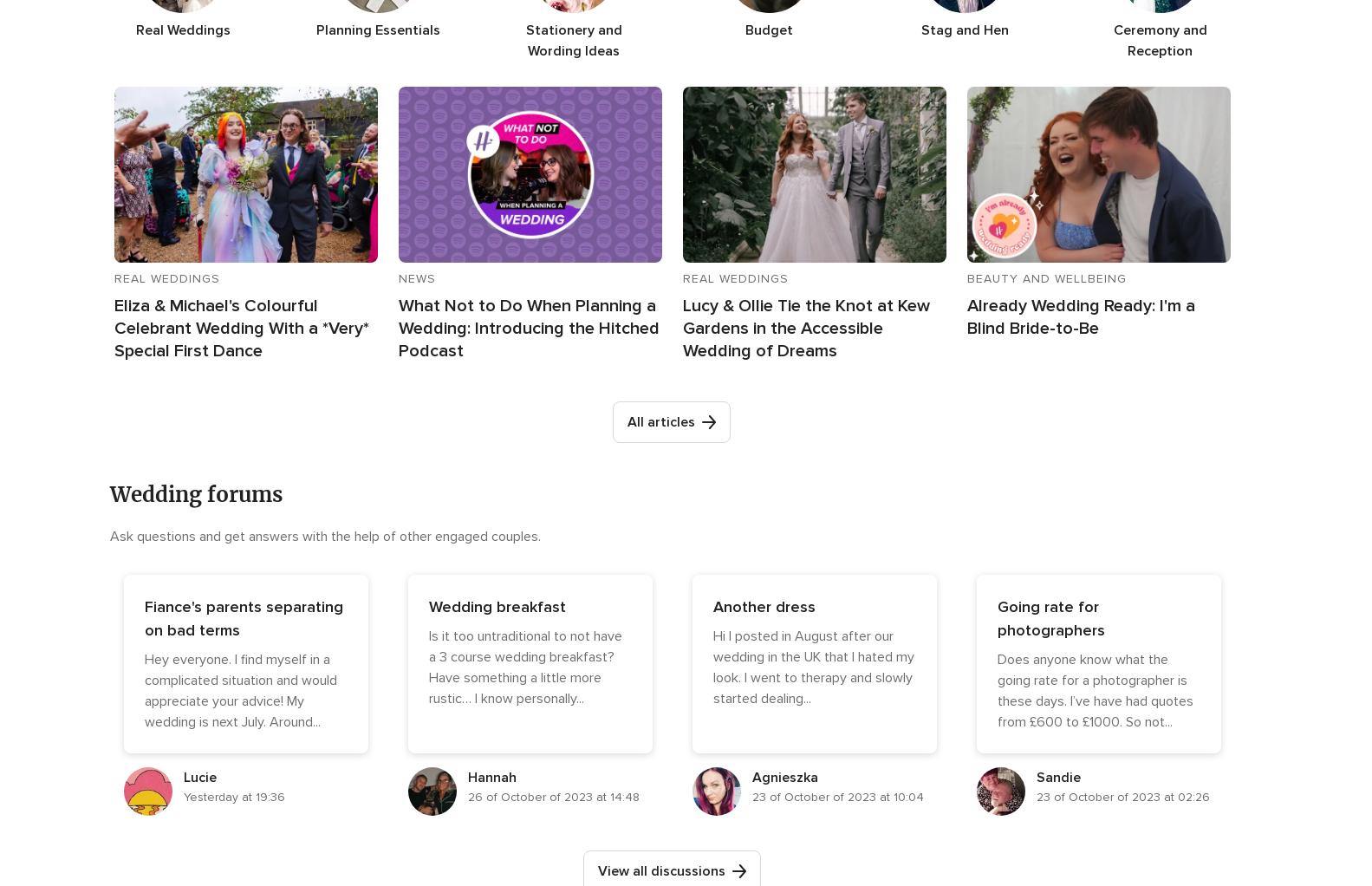 The image size is (1372, 886). What do you see at coordinates (1035, 775) in the screenshot?
I see `'Sandie'` at bounding box center [1035, 775].